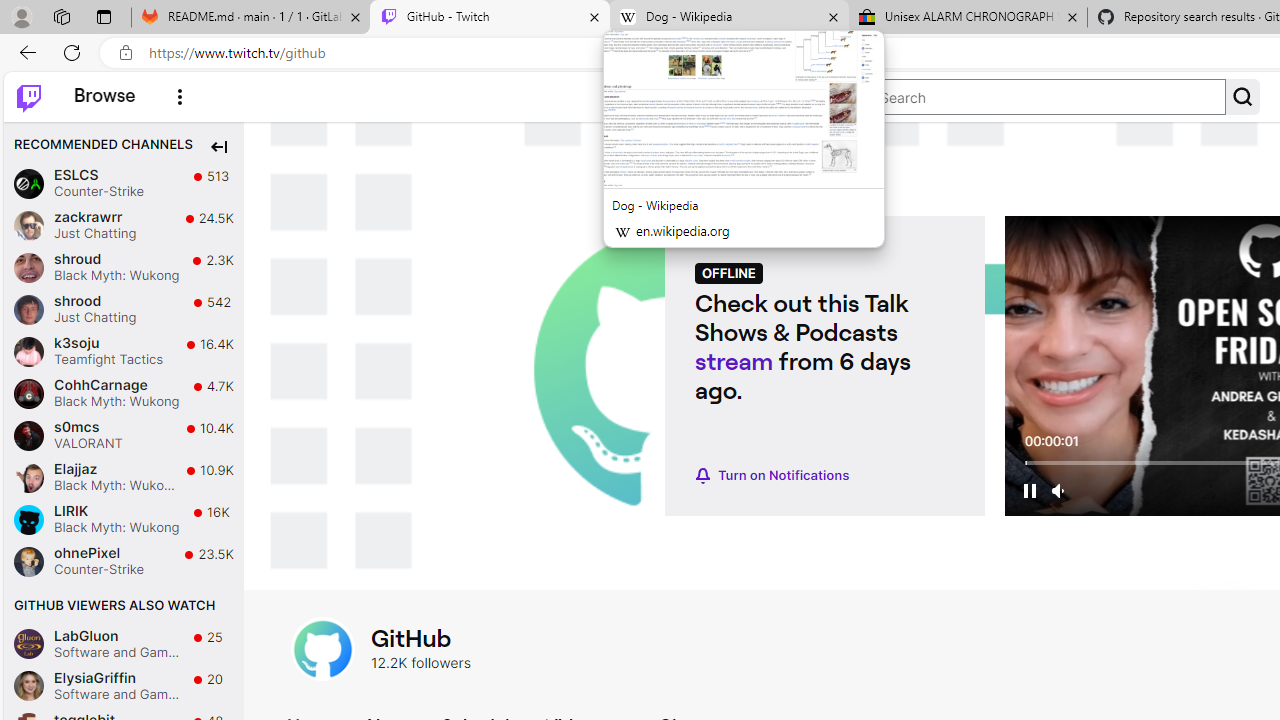 Image resolution: width=1280 pixels, height=720 pixels. What do you see at coordinates (733, 360) in the screenshot?
I see `'stream'` at bounding box center [733, 360].